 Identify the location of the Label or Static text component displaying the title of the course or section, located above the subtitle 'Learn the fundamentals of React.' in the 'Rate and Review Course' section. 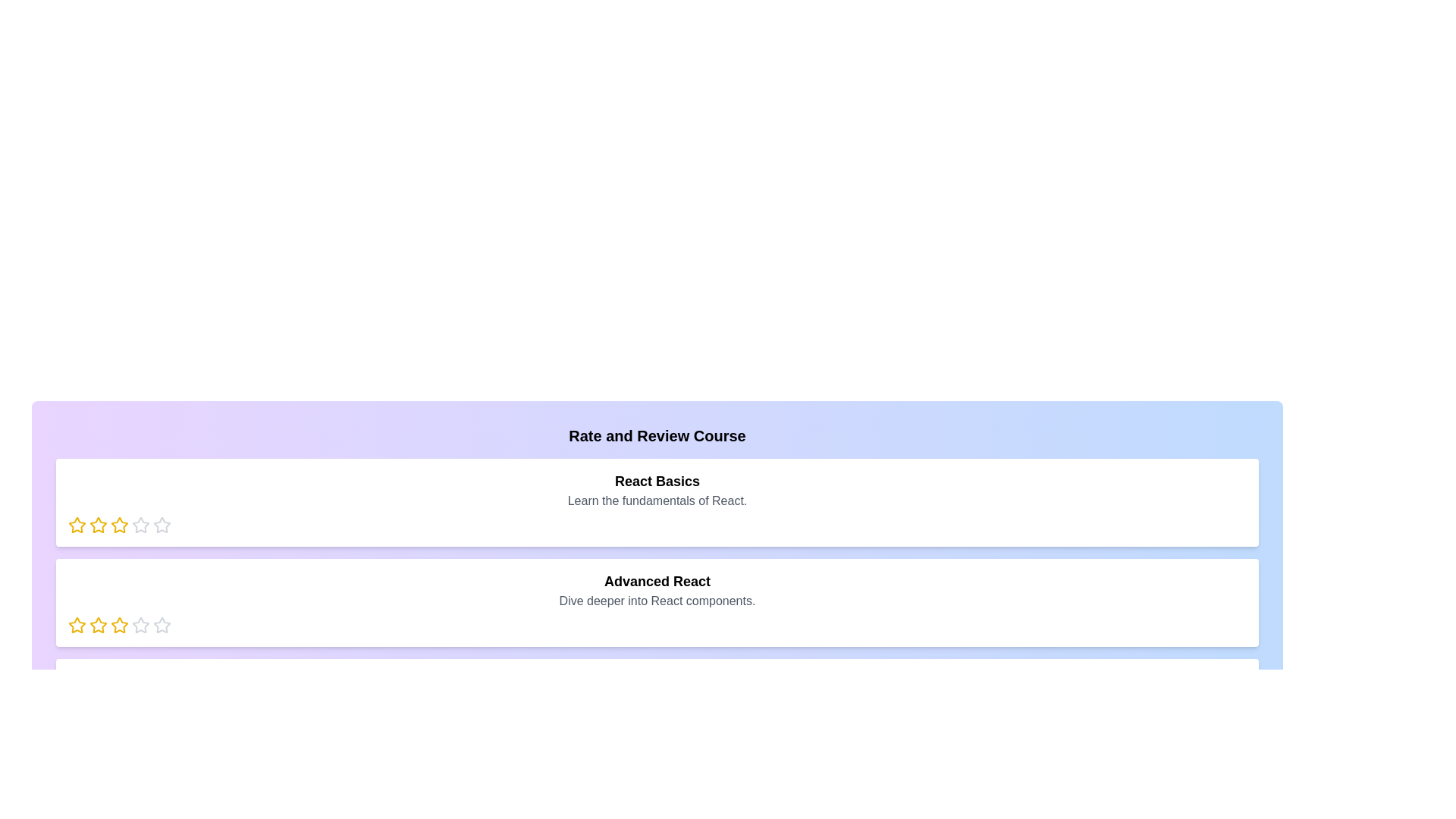
(657, 482).